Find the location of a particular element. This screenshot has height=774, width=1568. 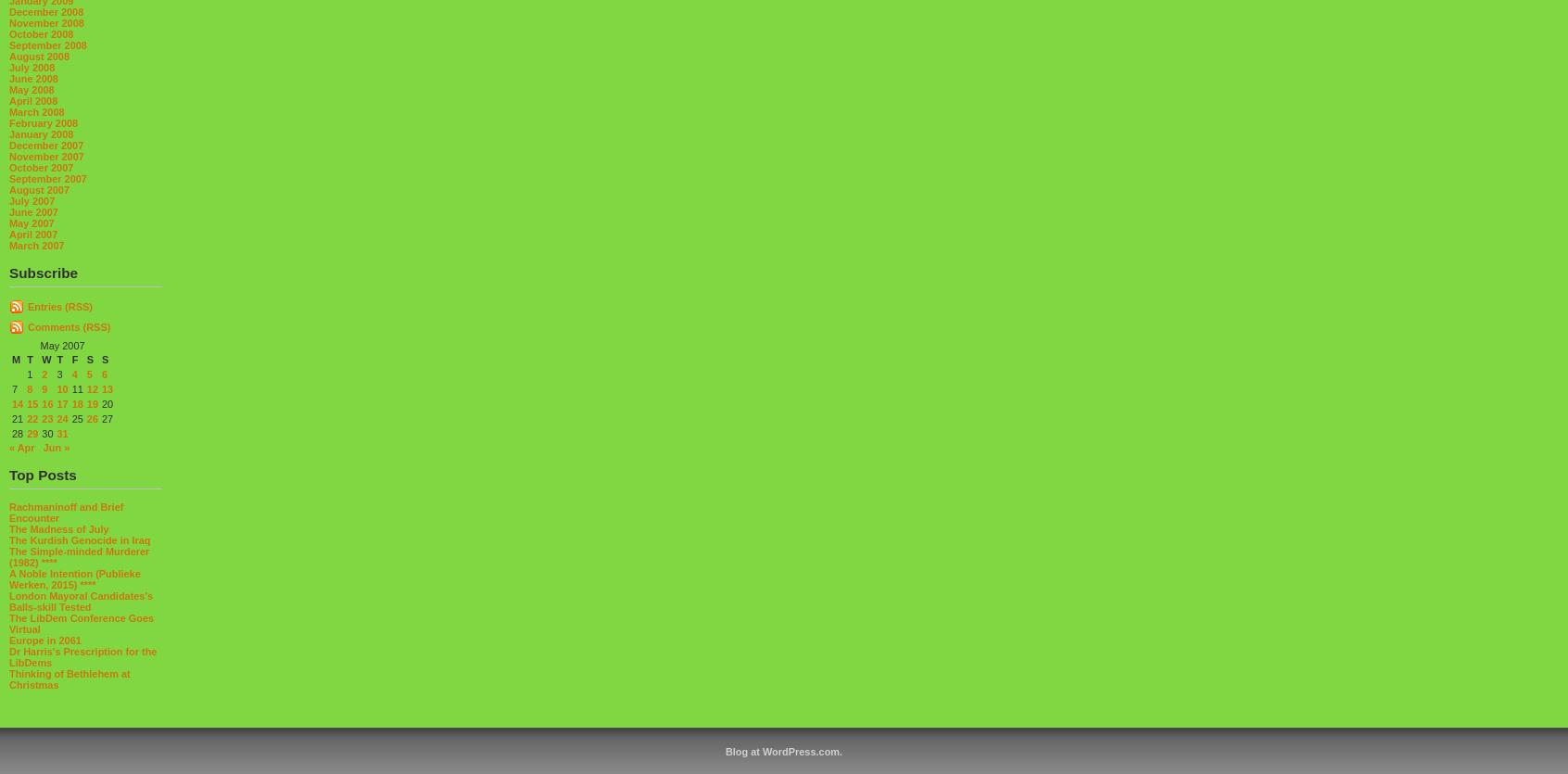

'Thinking of Bethlehem at Christmas' is located at coordinates (69, 678).